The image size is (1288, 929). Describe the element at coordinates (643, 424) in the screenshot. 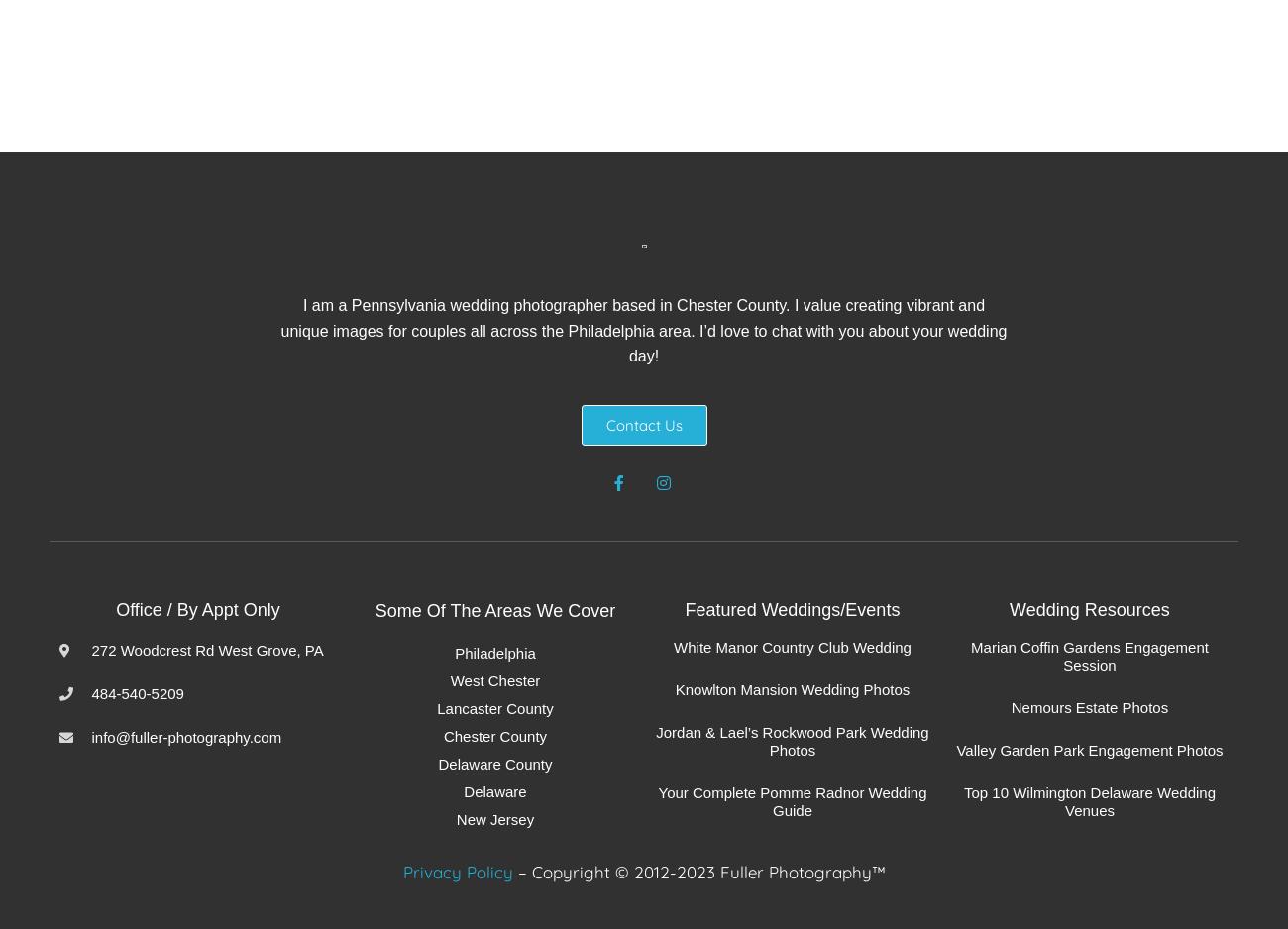

I see `'Contact Us'` at that location.